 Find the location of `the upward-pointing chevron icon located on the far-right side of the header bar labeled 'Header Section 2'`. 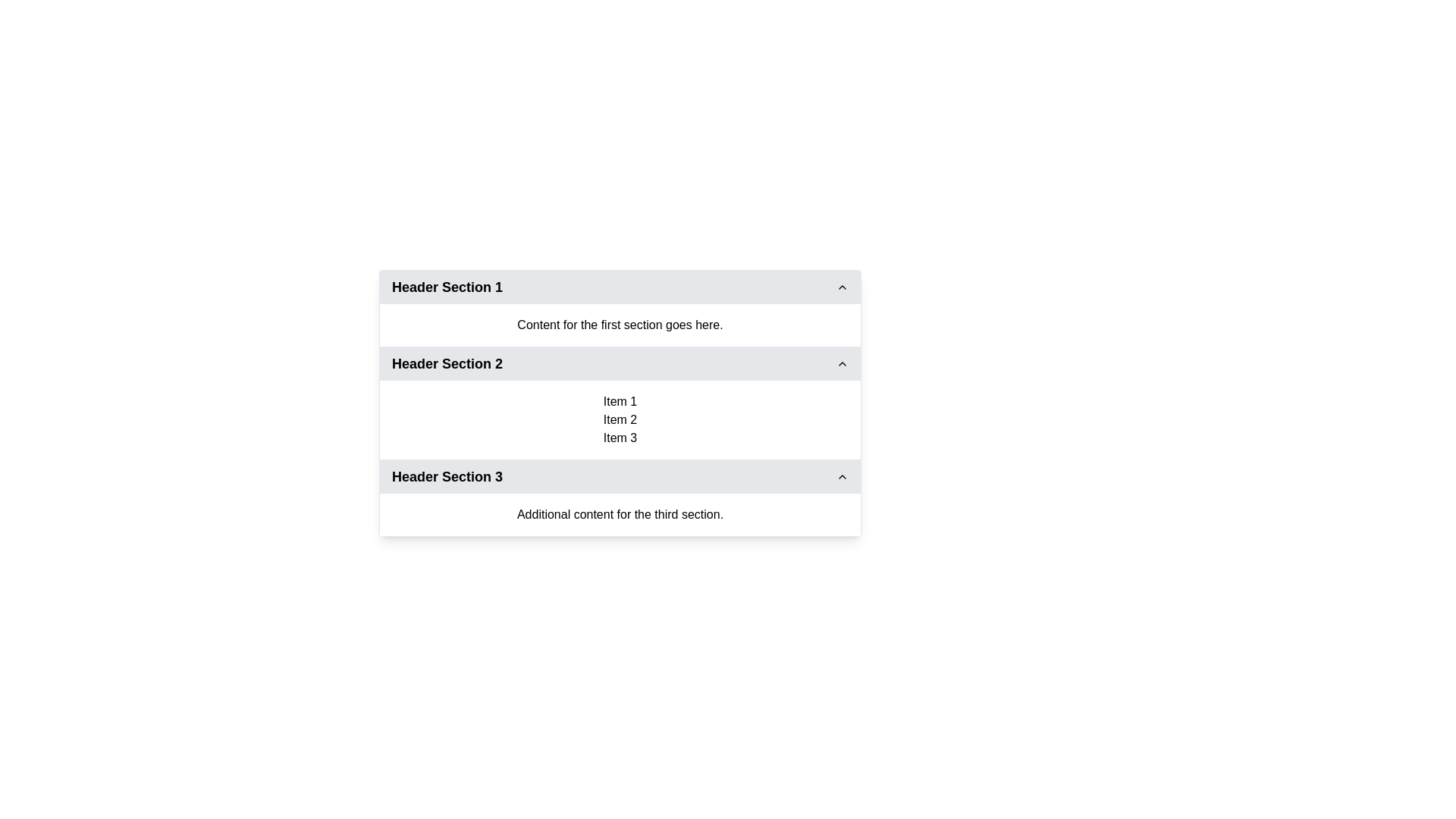

the upward-pointing chevron icon located on the far-right side of the header bar labeled 'Header Section 2' is located at coordinates (841, 363).